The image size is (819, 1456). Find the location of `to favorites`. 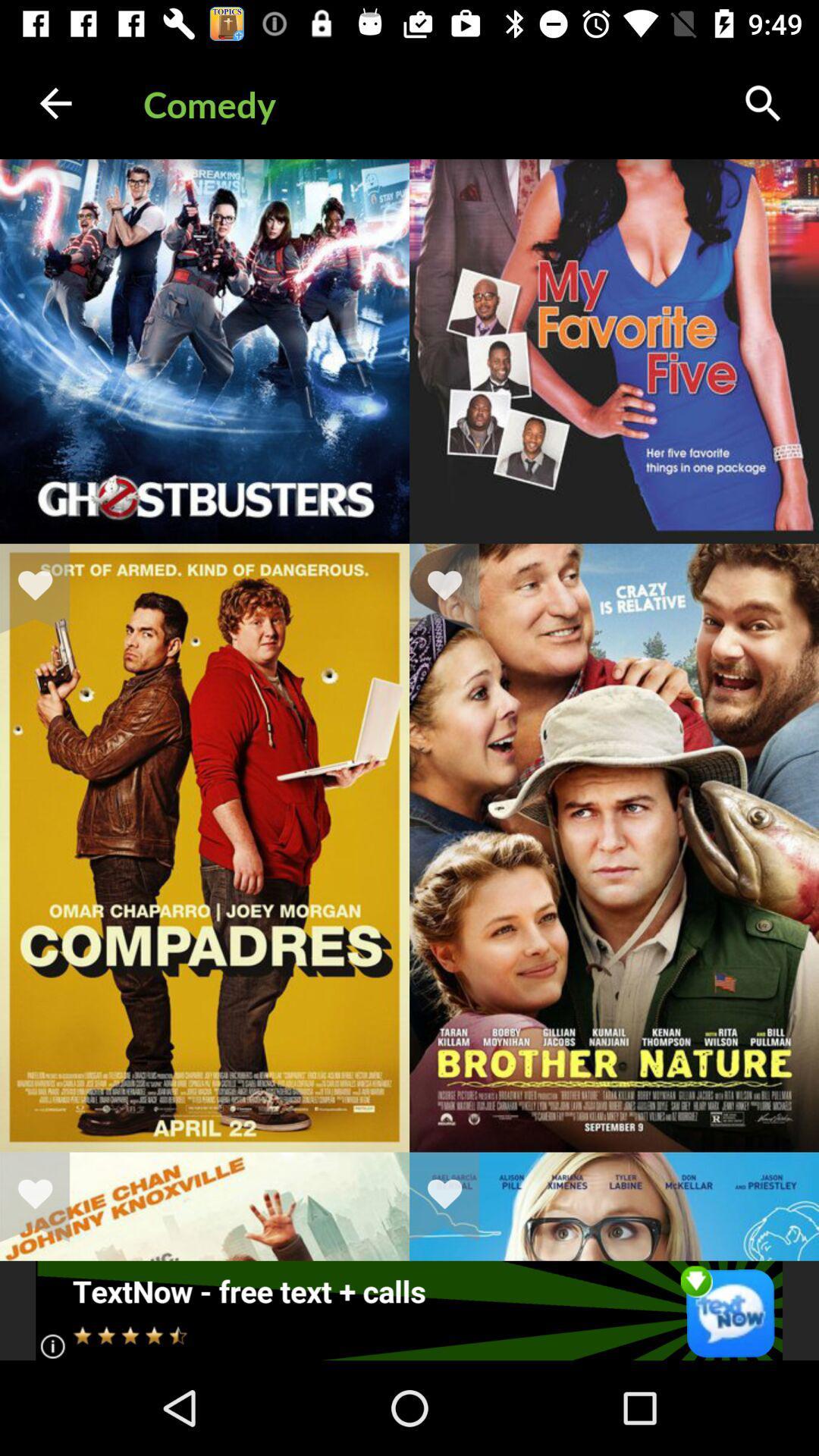

to favorites is located at coordinates (44, 1196).